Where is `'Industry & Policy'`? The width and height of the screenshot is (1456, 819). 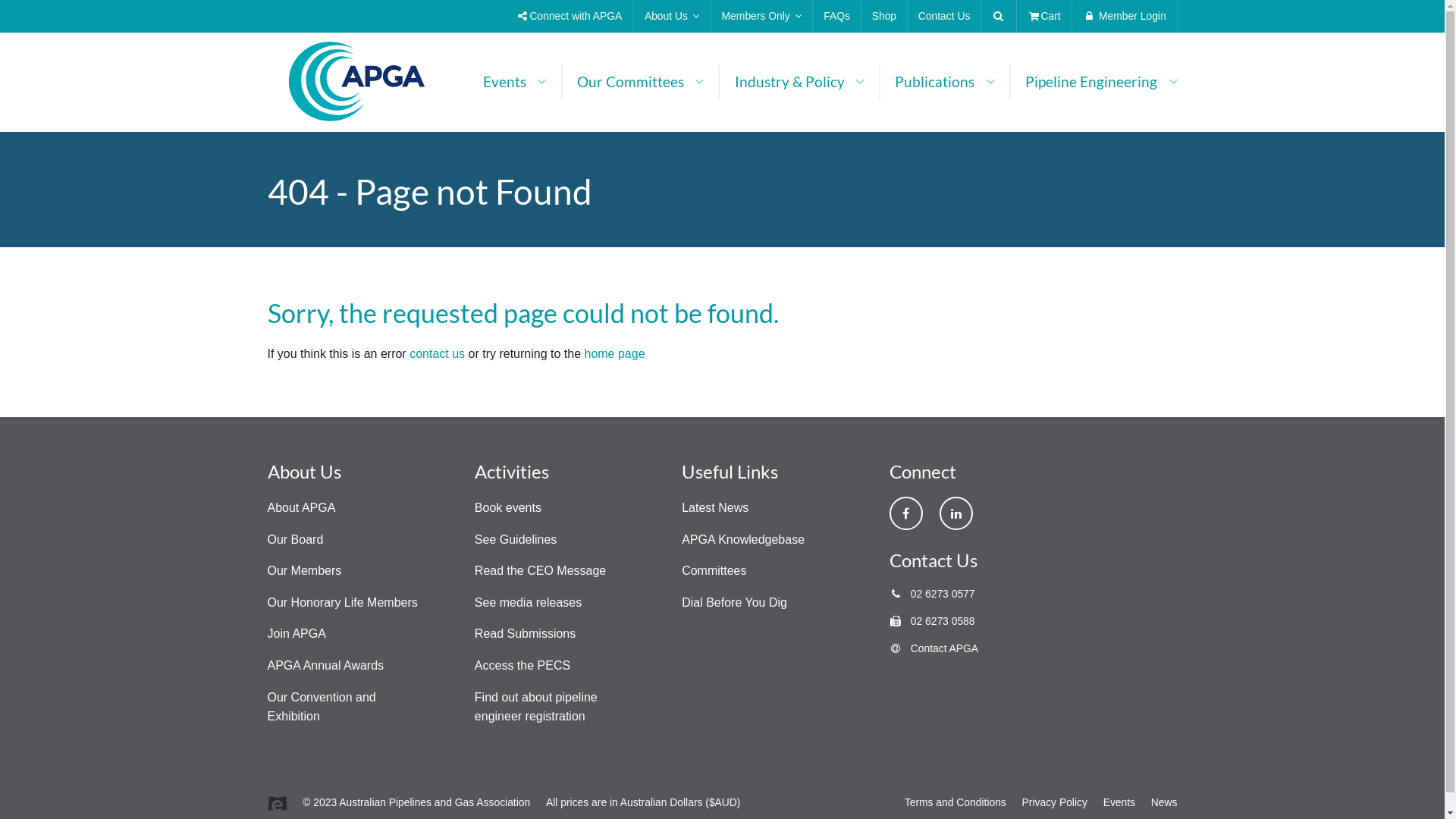
'Industry & Policy' is located at coordinates (799, 82).